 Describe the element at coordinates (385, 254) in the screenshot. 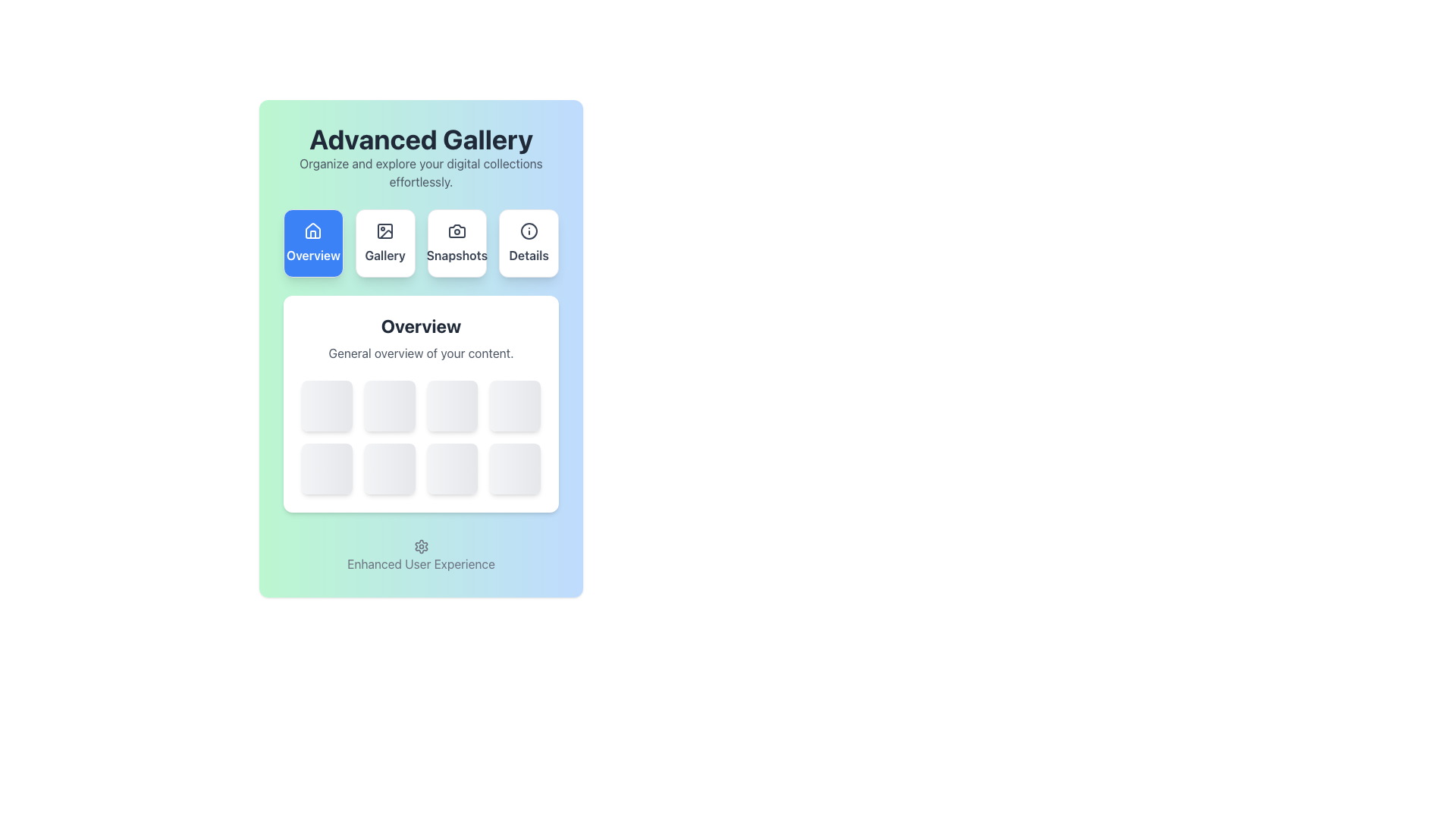

I see `the 'Gallery' static text label, which indicates its purpose to navigate to the gallery feature of the application, located at the bottom center of the rounded rectangular button in the horizontal row of buttons` at that location.